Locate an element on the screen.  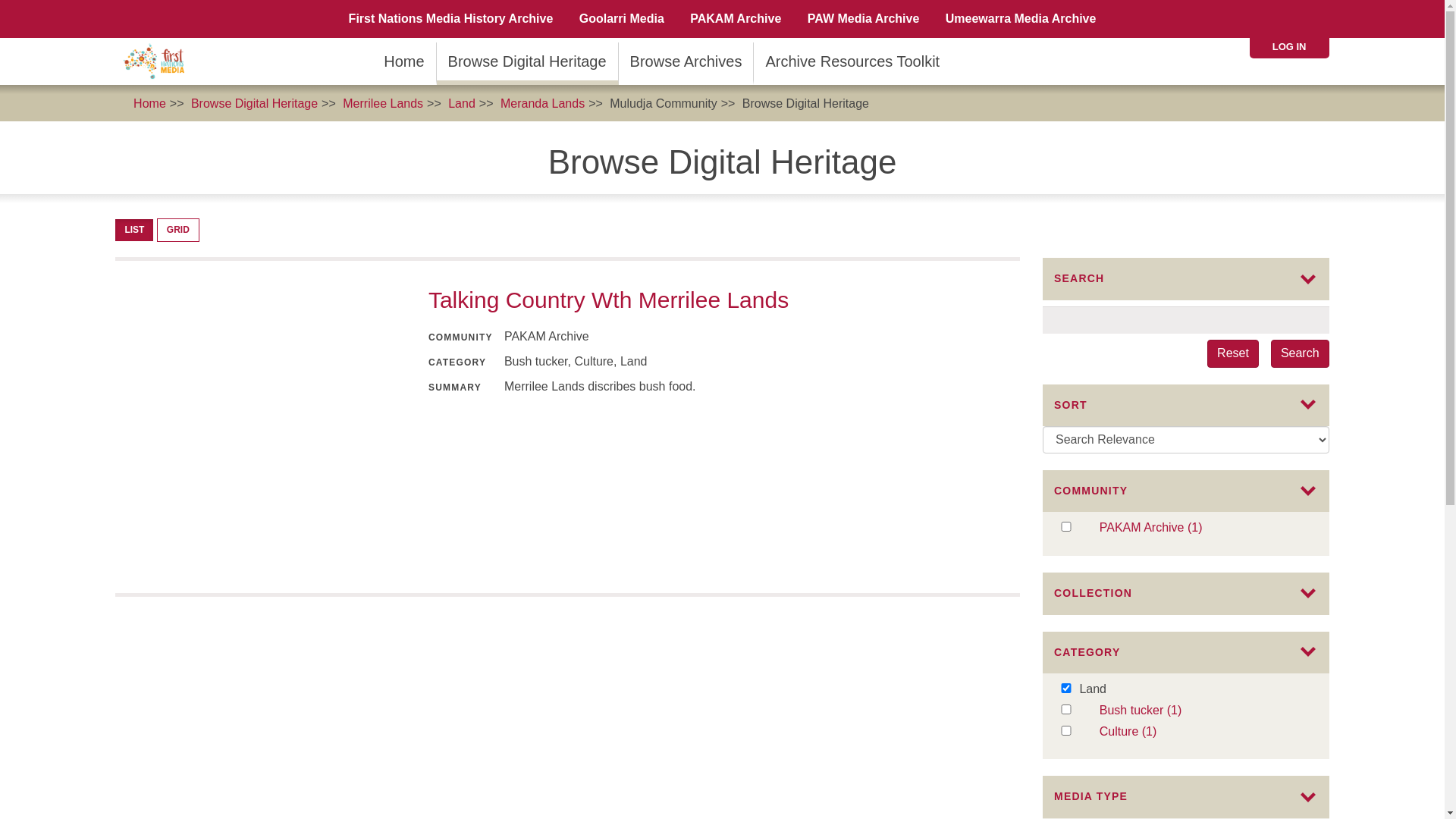
'Talking Country With Merrilee Land' is located at coordinates (258, 427).